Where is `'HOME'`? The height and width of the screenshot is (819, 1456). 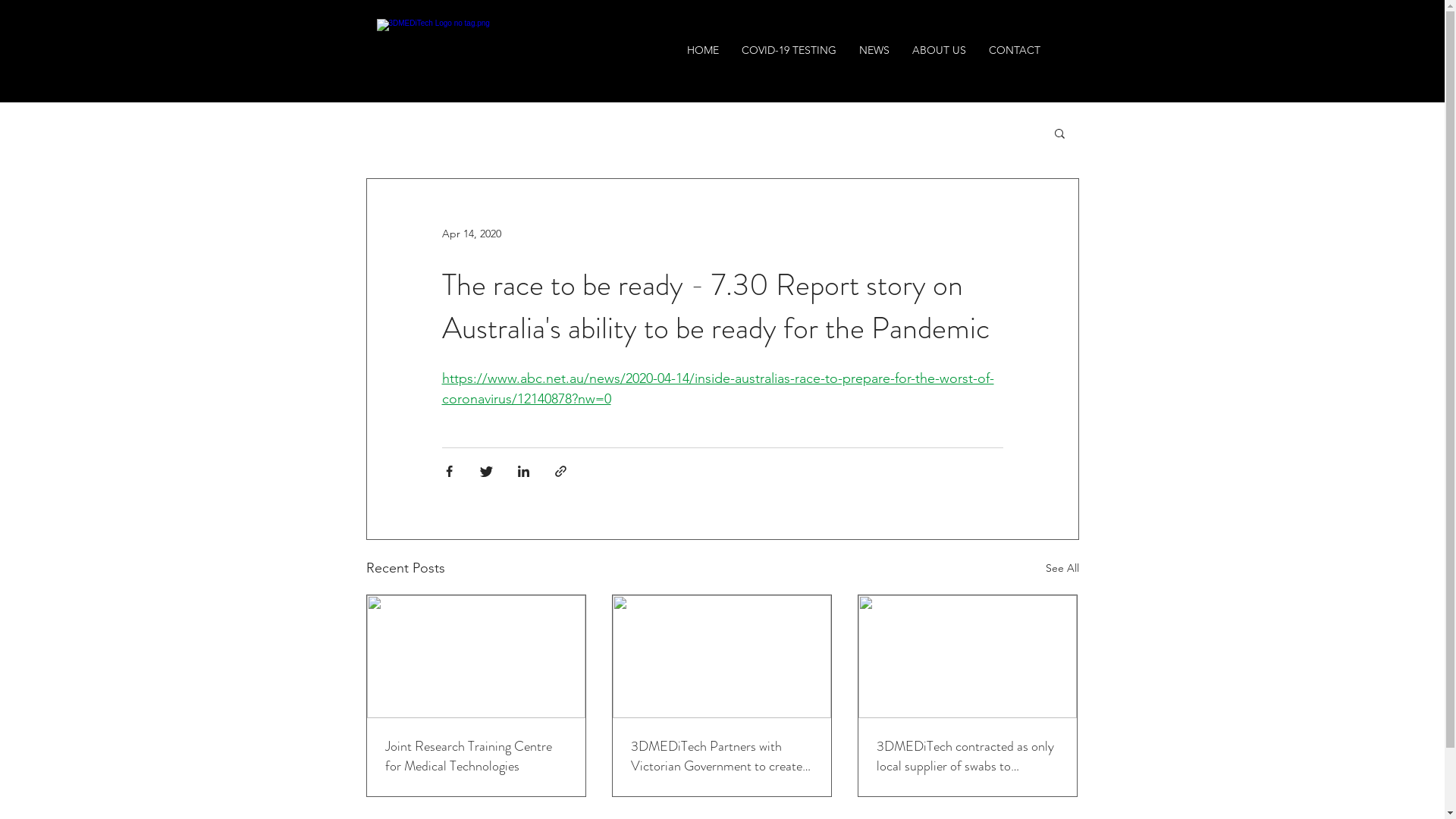 'HOME' is located at coordinates (701, 49).